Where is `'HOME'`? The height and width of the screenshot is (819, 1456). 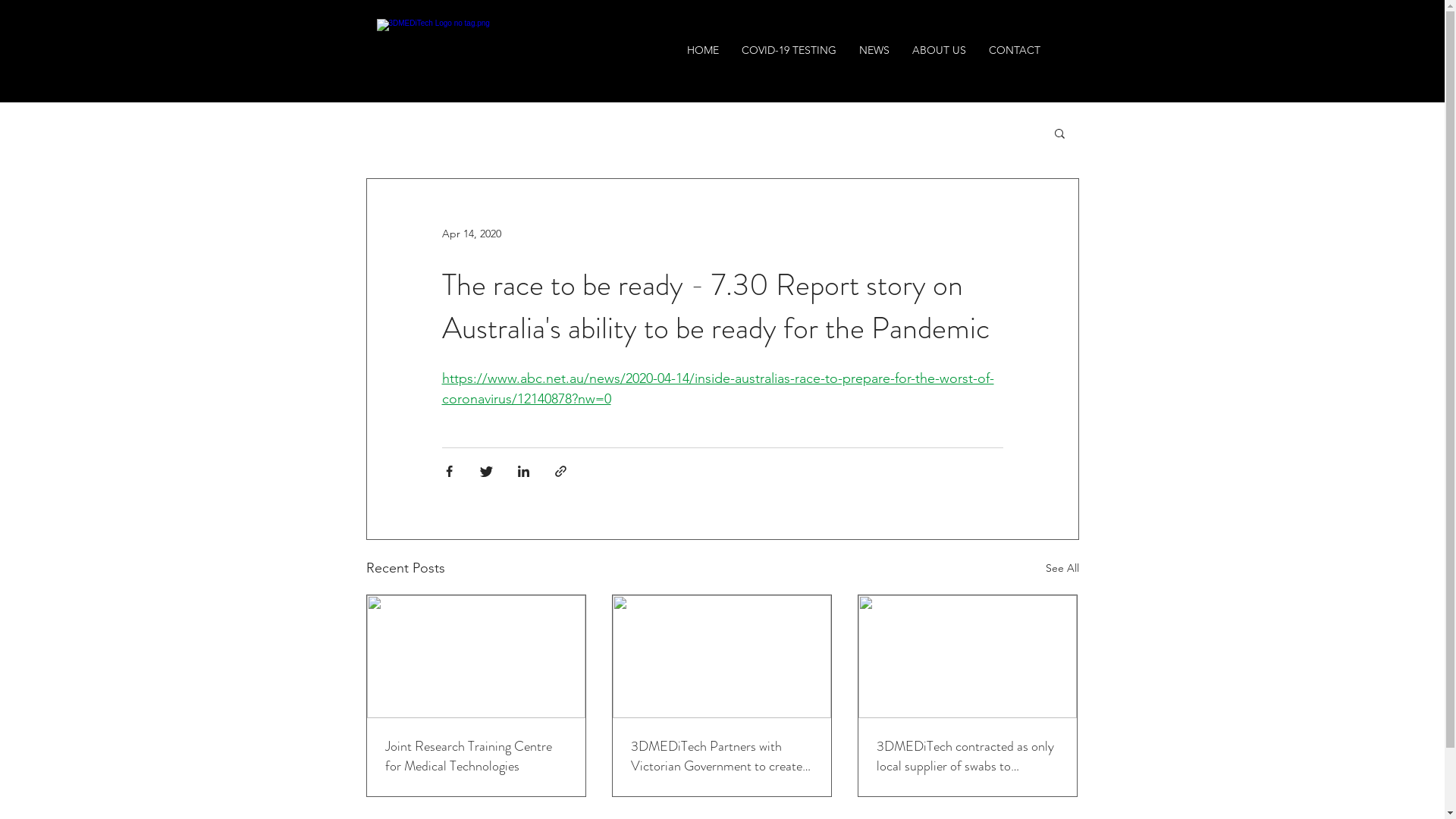 'HOME' is located at coordinates (701, 49).